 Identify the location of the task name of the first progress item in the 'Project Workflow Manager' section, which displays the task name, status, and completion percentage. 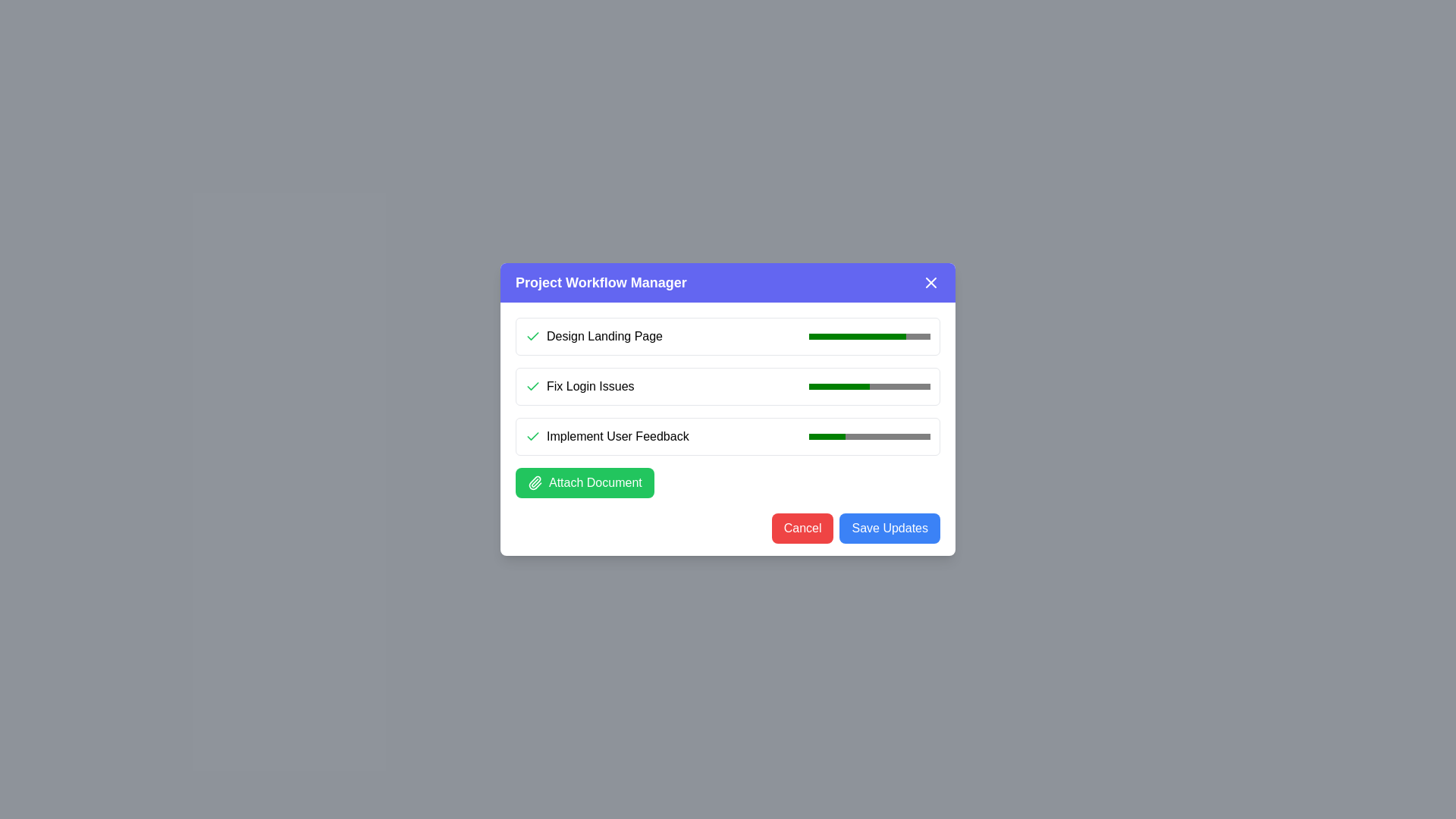
(728, 335).